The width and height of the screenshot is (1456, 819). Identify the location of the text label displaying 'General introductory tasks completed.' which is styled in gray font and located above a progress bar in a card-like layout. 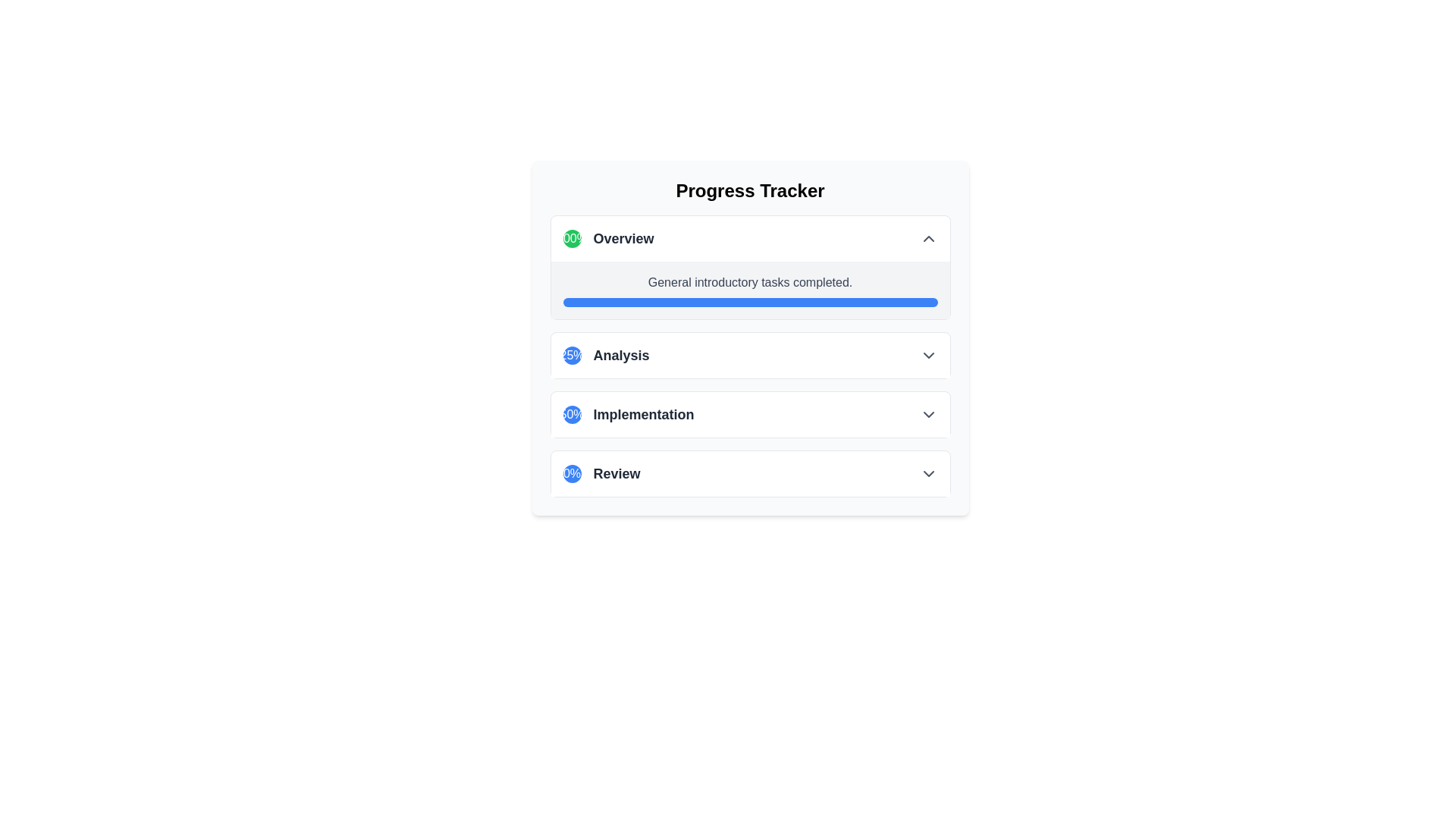
(750, 283).